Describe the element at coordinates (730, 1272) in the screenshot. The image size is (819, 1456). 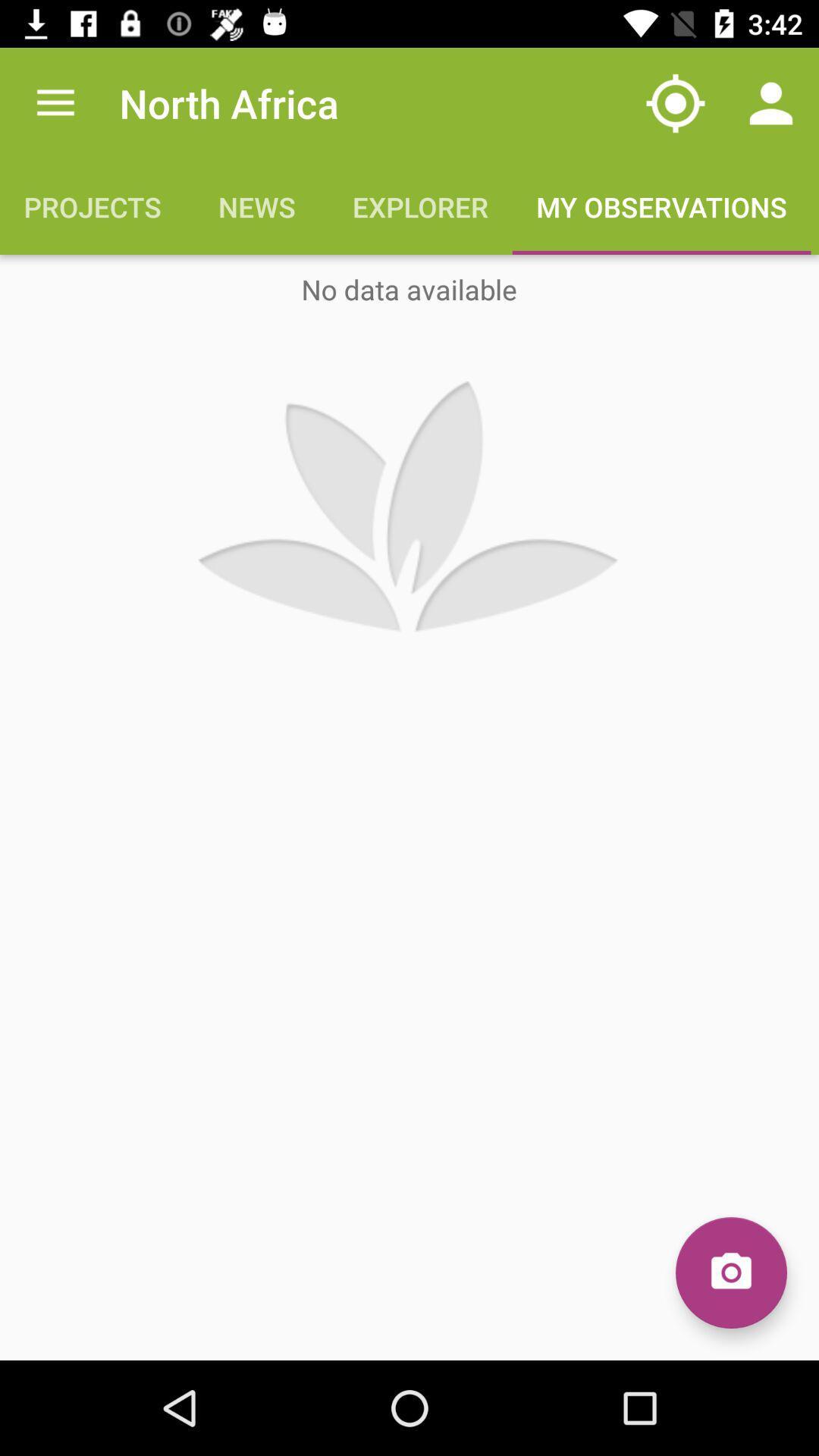
I see `item below my observations` at that location.